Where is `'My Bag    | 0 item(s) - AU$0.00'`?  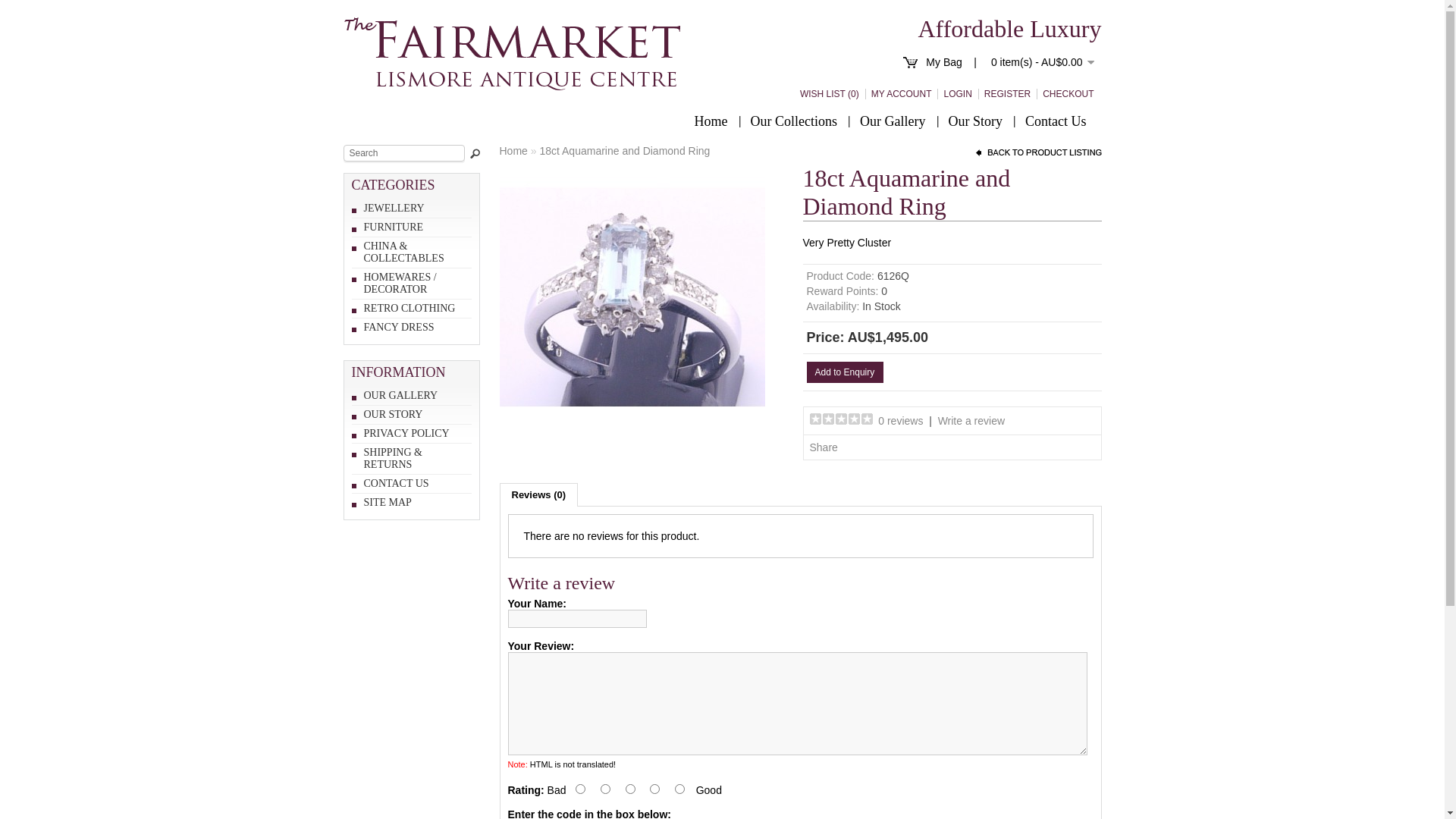 'My Bag    | 0 item(s) - AU$0.00' is located at coordinates (1009, 61).